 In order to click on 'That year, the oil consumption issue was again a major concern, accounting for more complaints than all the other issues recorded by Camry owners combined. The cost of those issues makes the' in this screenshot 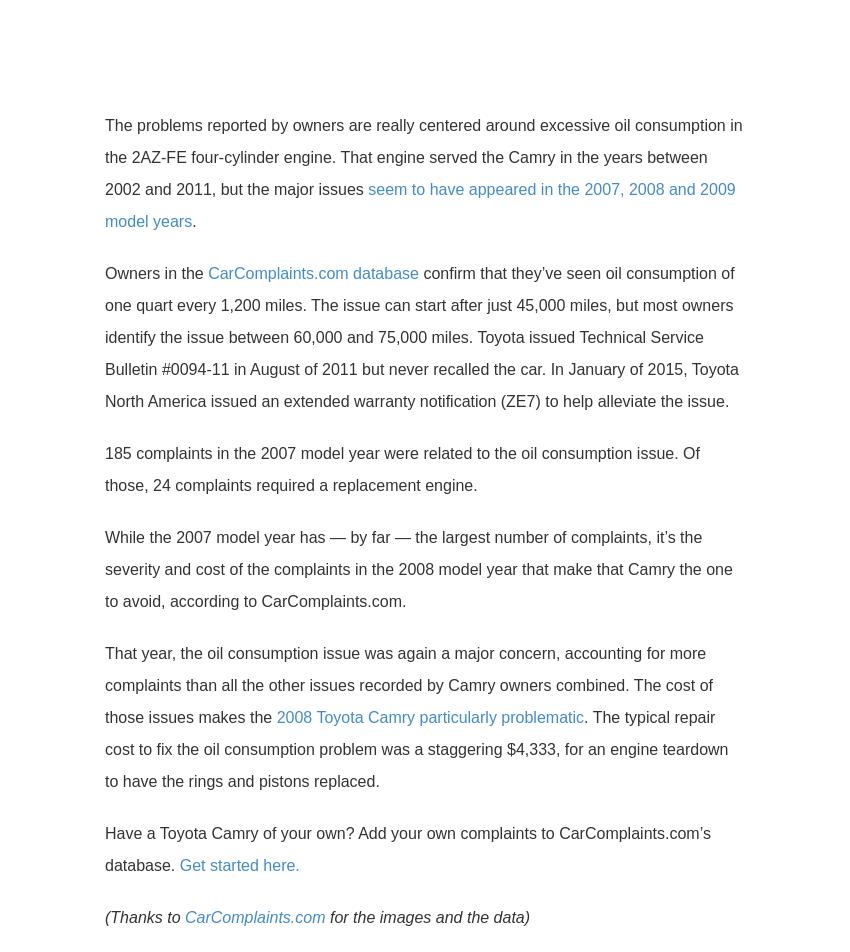, I will do `click(409, 685)`.